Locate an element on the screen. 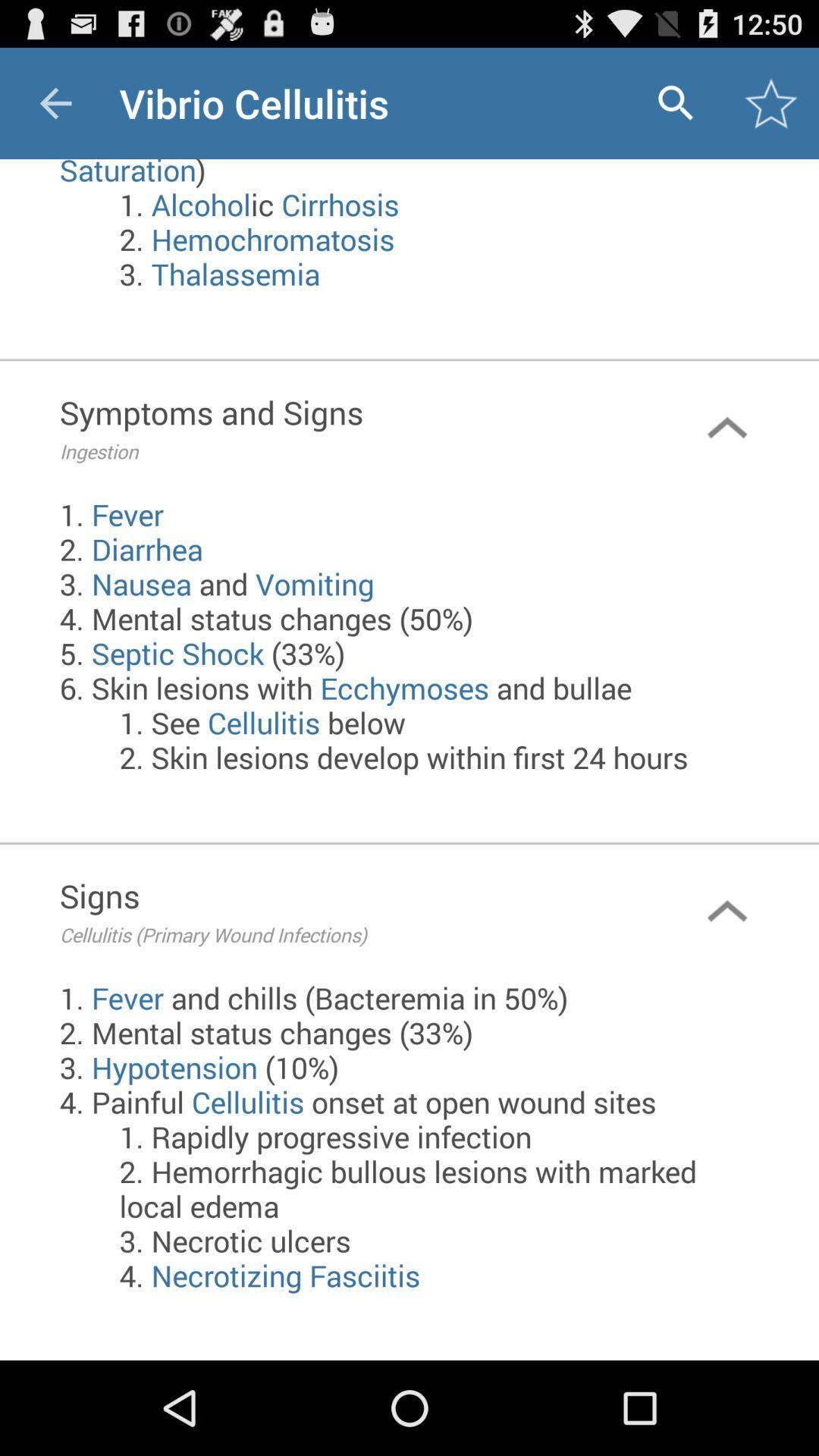  icon above the 1 fever and is located at coordinates (347, 910).